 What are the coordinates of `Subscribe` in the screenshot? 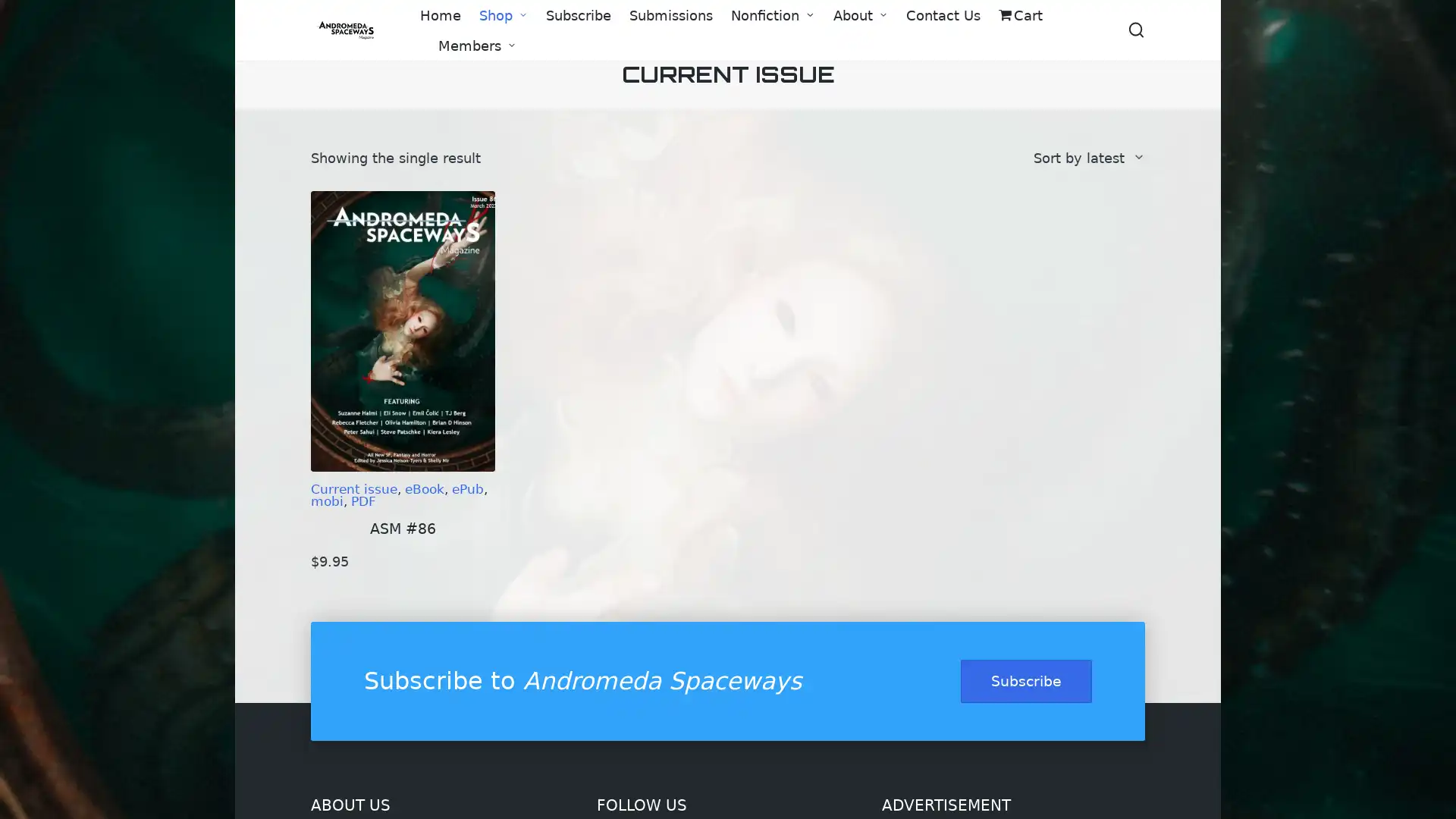 It's located at (1026, 680).